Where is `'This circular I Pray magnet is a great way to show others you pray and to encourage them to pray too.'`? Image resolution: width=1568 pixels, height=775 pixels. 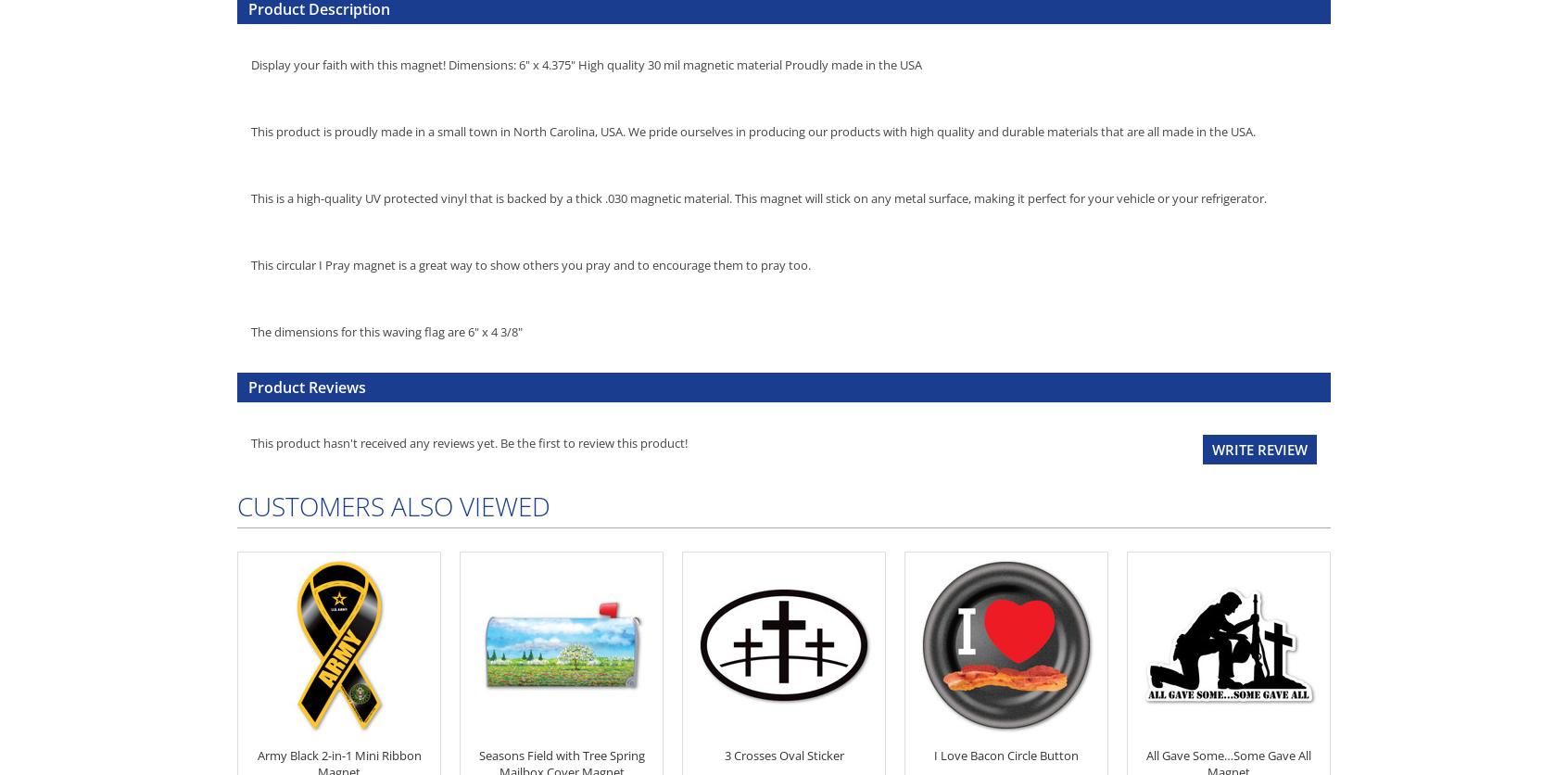 'This circular I Pray magnet is a great way to show others you pray and to encourage them to pray too.' is located at coordinates (530, 263).